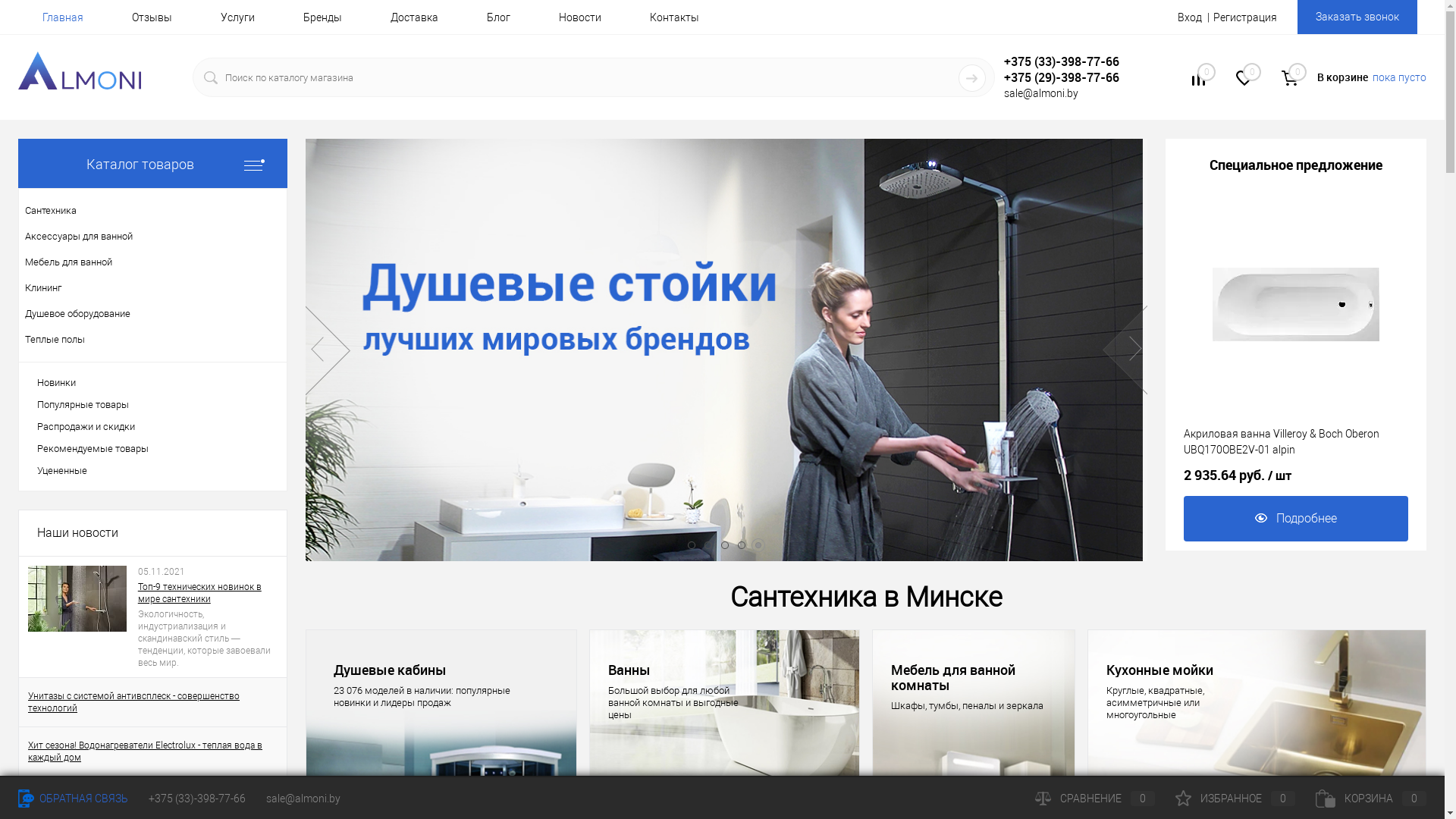  Describe the element at coordinates (1004, 77) in the screenshot. I see `'+375 (29)-398-77-66'` at that location.